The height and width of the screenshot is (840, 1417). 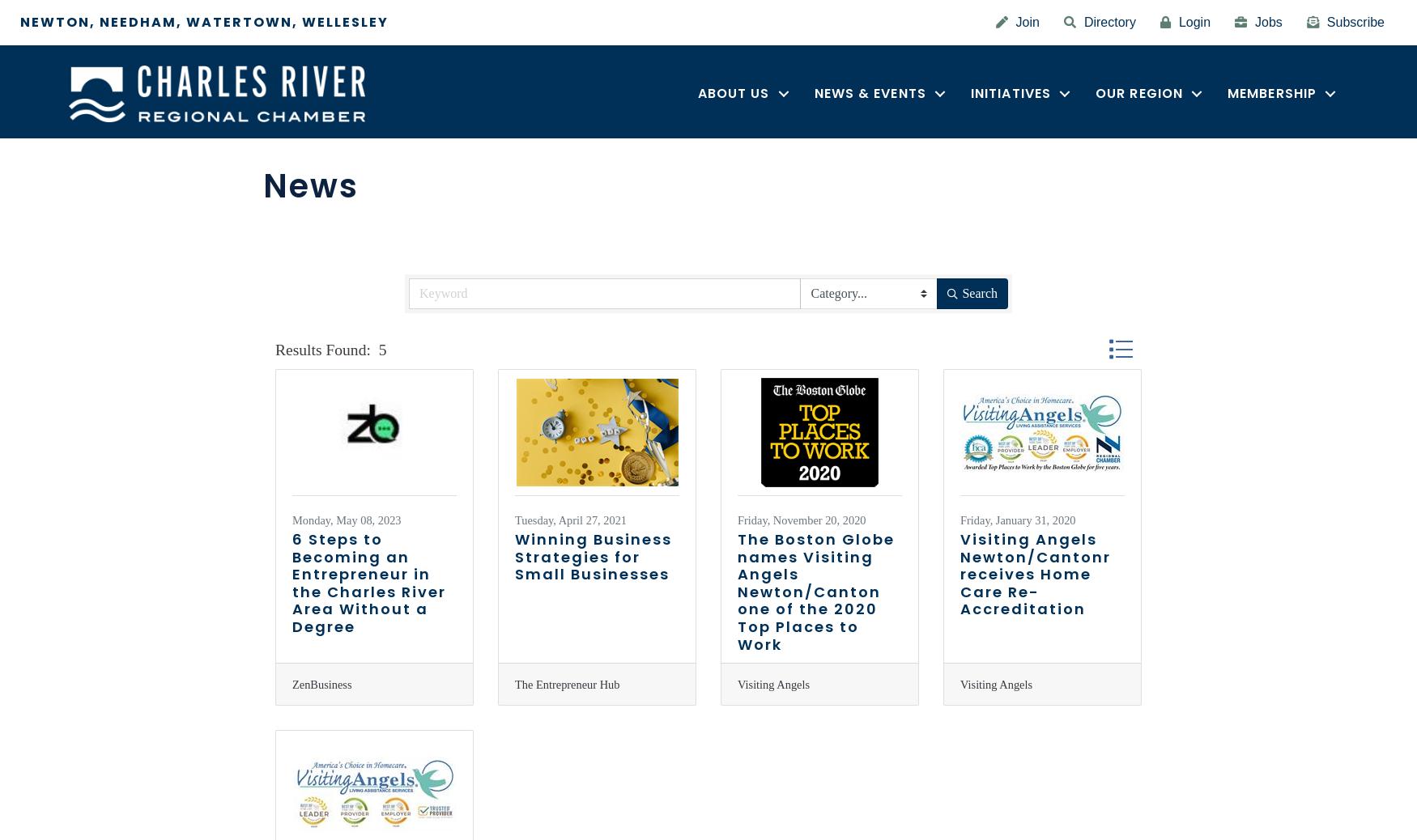 What do you see at coordinates (1035, 573) in the screenshot?
I see `'Visiting Angels Newton/Cantonr receives Home Care Re-Accreditation'` at bounding box center [1035, 573].